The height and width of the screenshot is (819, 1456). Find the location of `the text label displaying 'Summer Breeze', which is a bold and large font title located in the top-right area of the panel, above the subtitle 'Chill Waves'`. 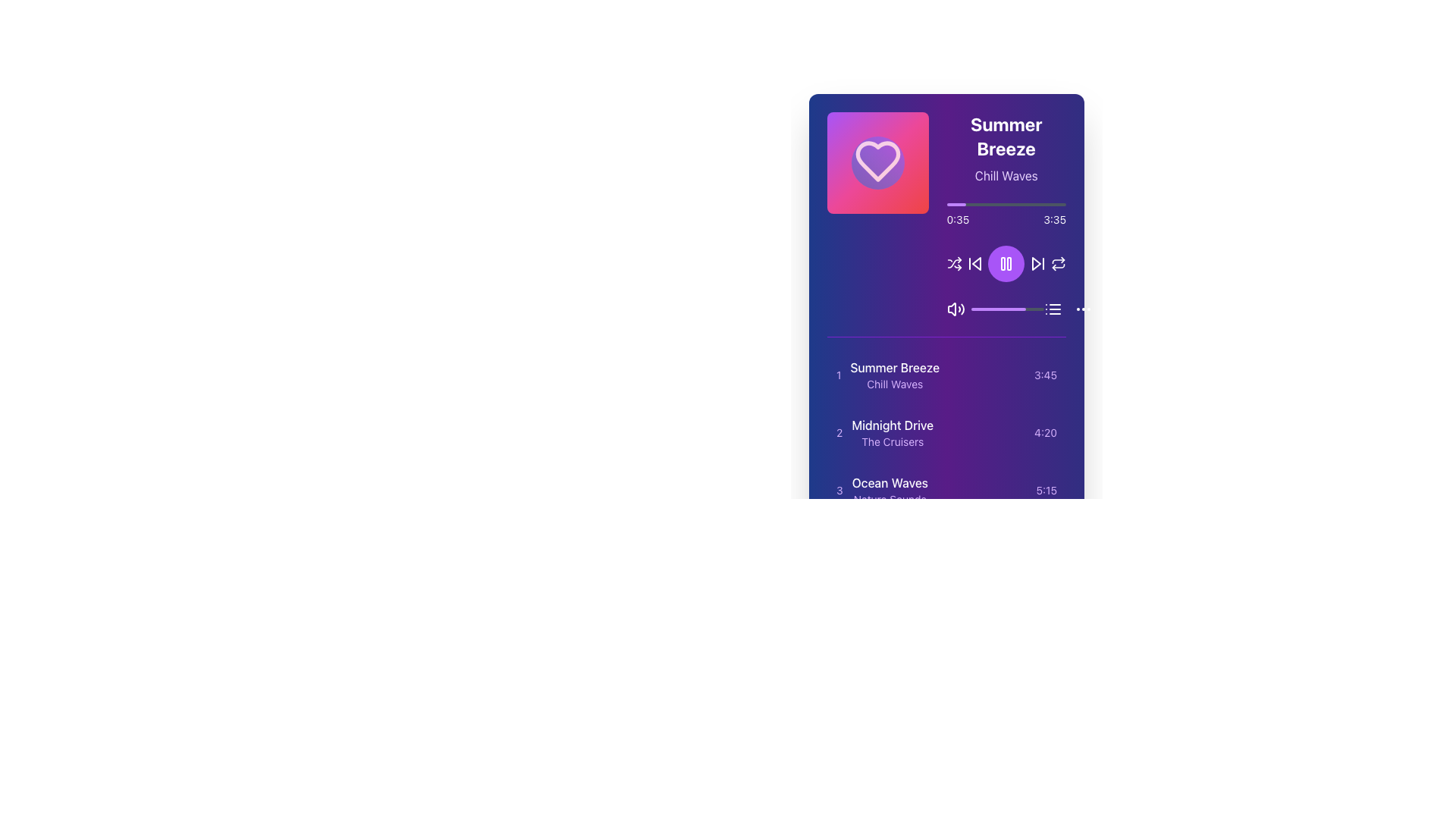

the text label displaying 'Summer Breeze', which is a bold and large font title located in the top-right area of the panel, above the subtitle 'Chill Waves' is located at coordinates (1006, 136).